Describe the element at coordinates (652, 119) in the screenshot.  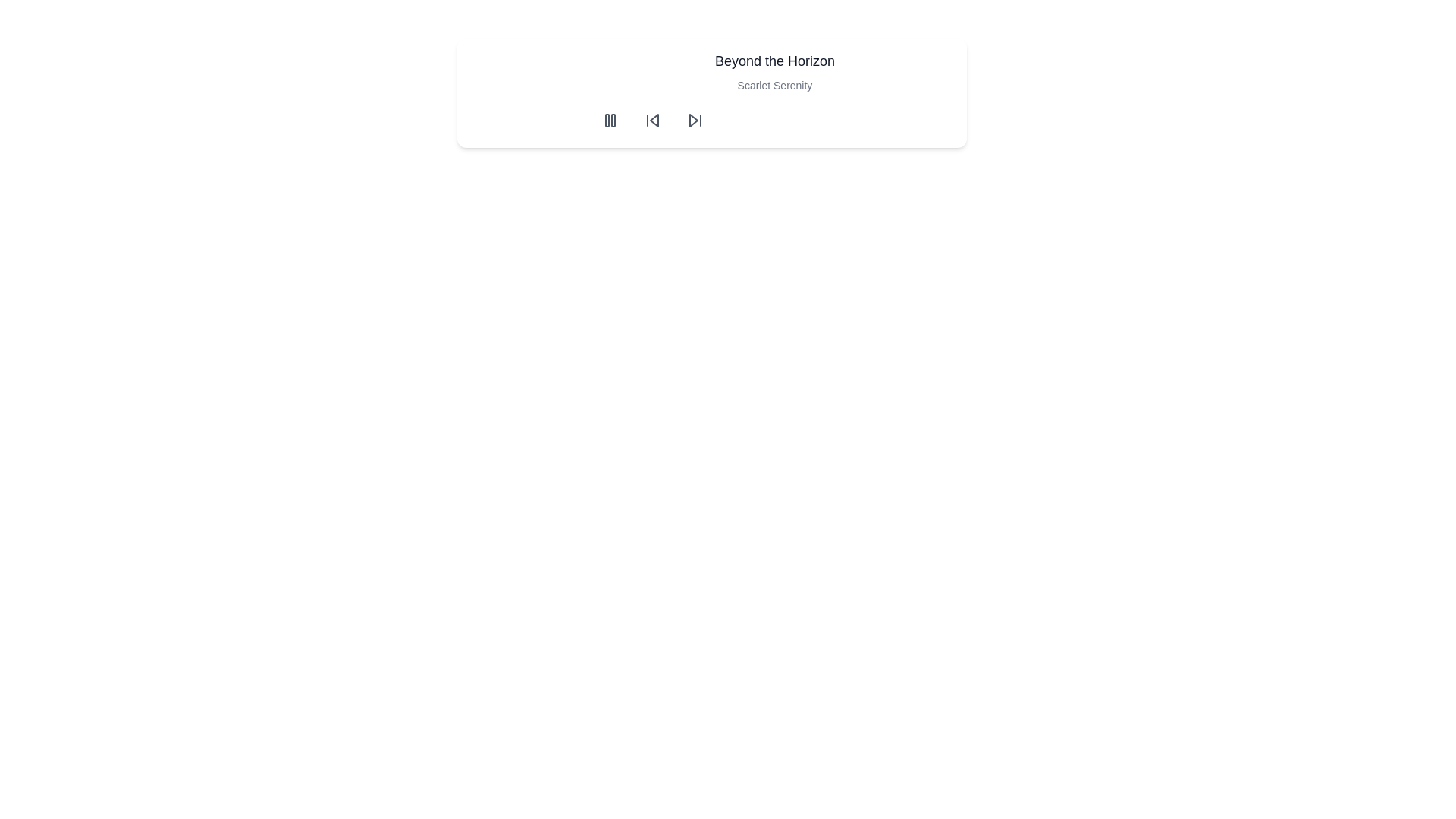
I see `the left-pointing double arrow icon button` at that location.